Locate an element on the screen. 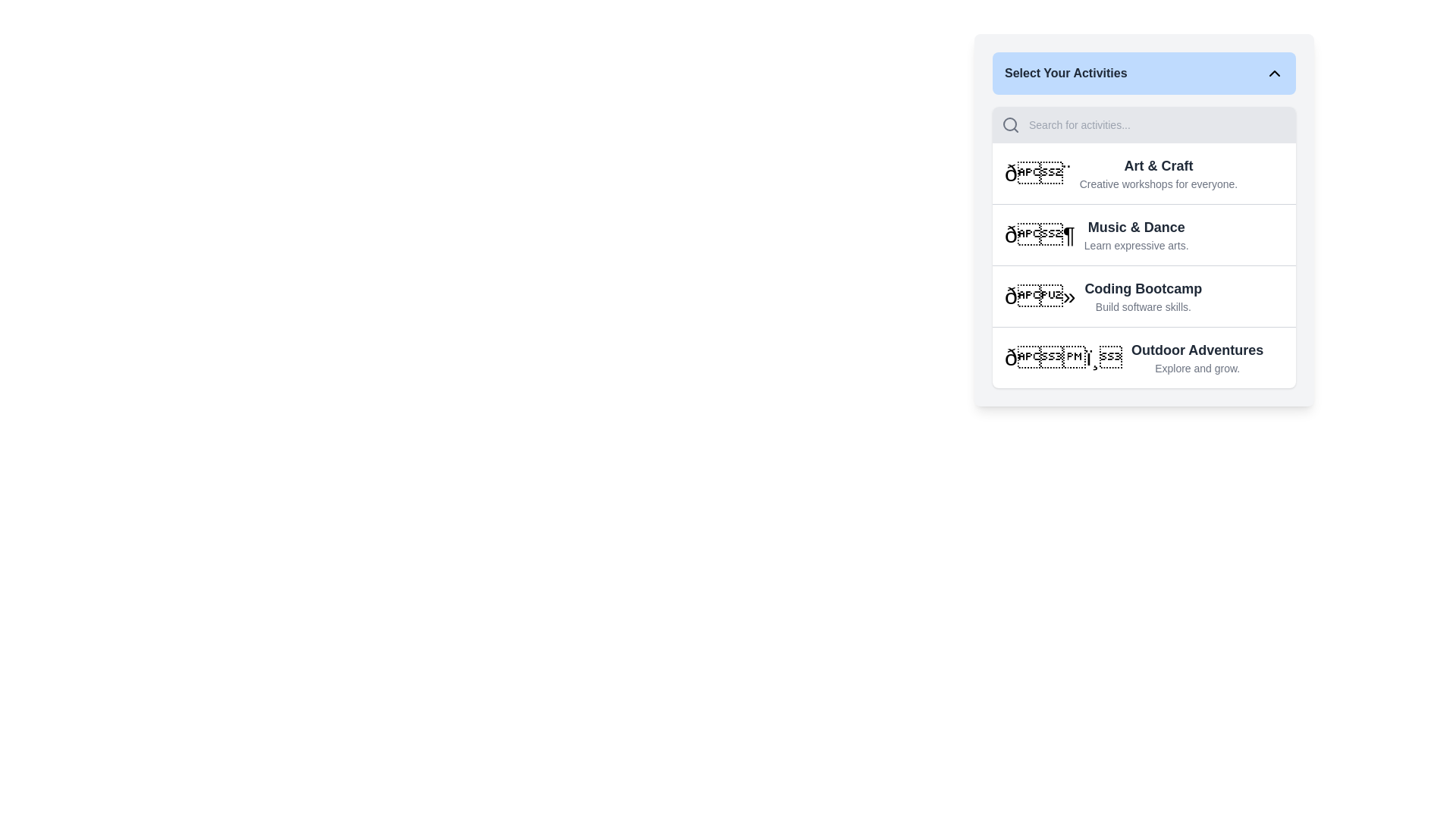  the selectable list item labeled 'Music & Dance', which is the second option in the vertical list of activities is located at coordinates (1144, 219).